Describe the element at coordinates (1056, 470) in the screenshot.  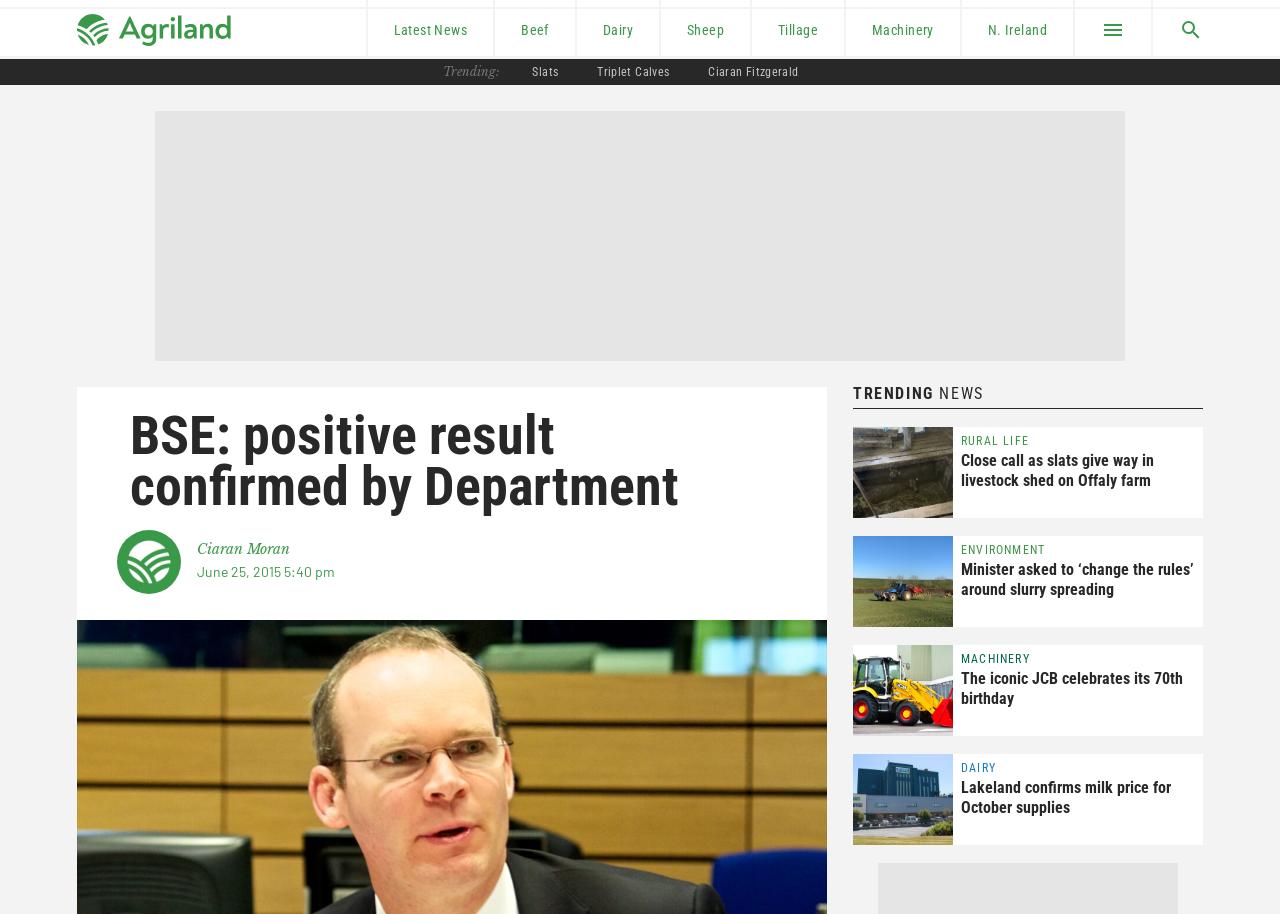
I see `'Close call as slats give way in livestock shed on Offaly farm'` at that location.